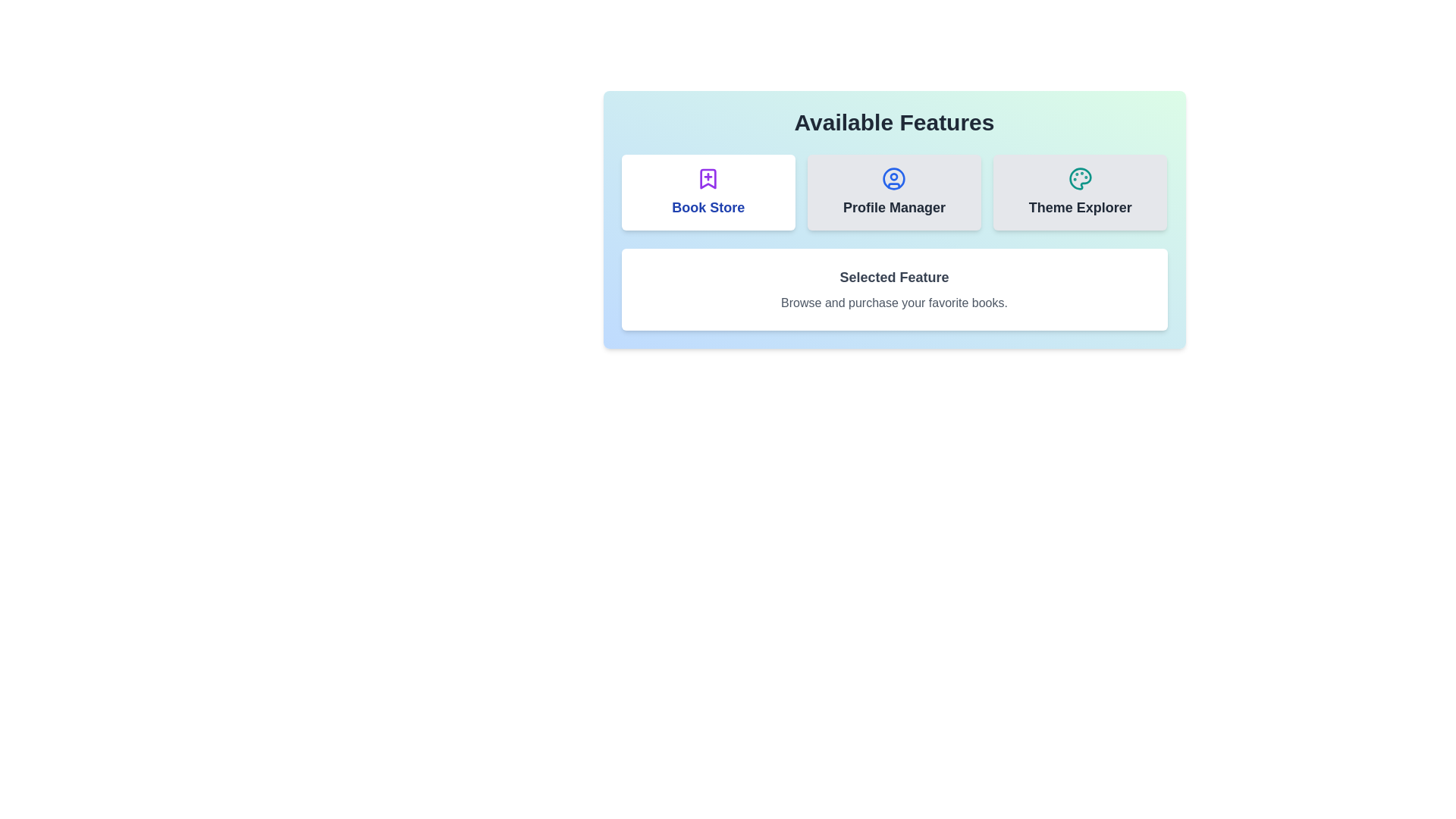 Image resolution: width=1456 pixels, height=819 pixels. I want to click on the feature selection interface, which includes a header labeled 'Available Features' and a grid of buttons, to trigger visual interactions like hover animations, so click(894, 219).